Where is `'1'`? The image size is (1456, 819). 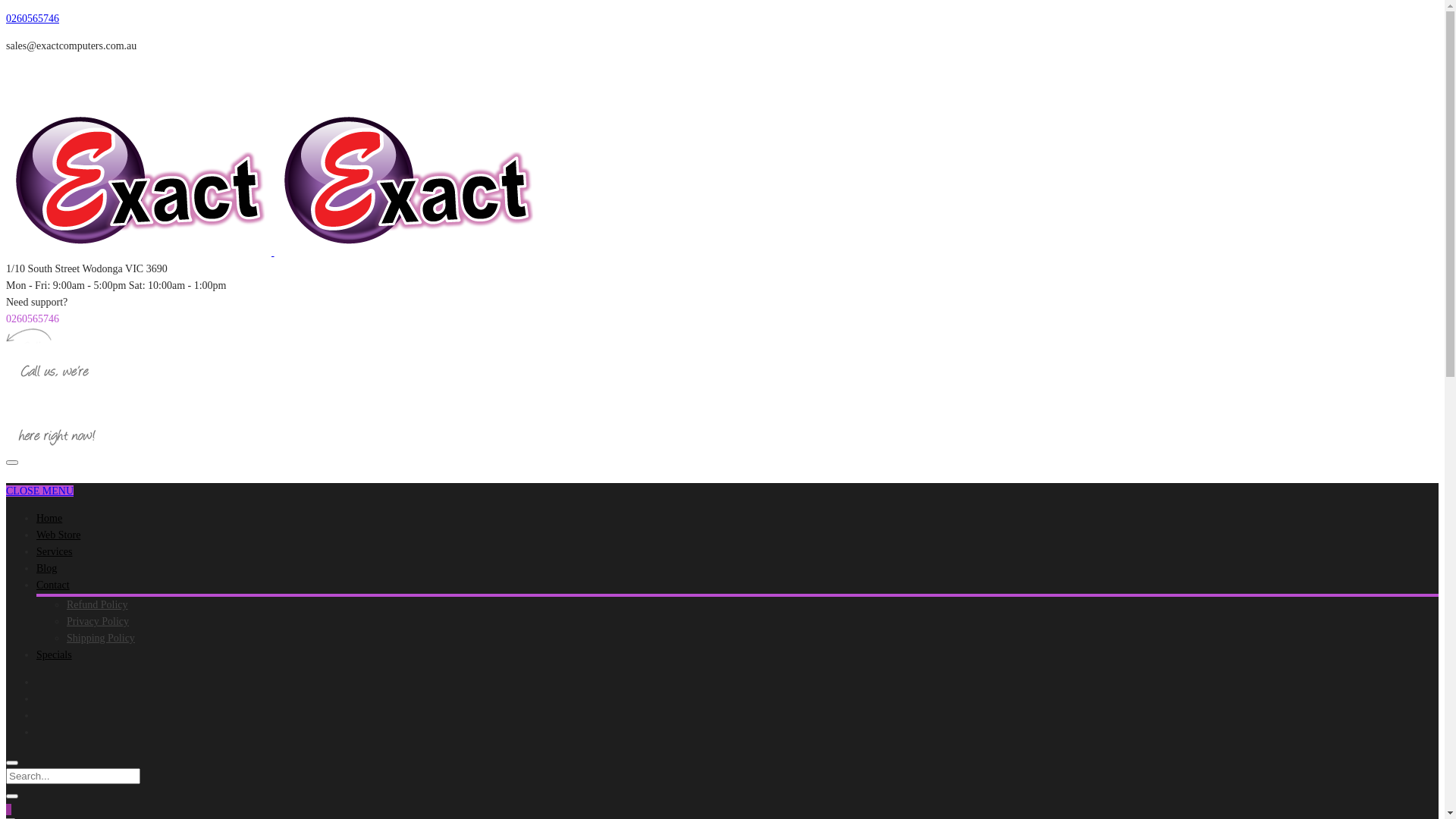
'1' is located at coordinates (8, 808).